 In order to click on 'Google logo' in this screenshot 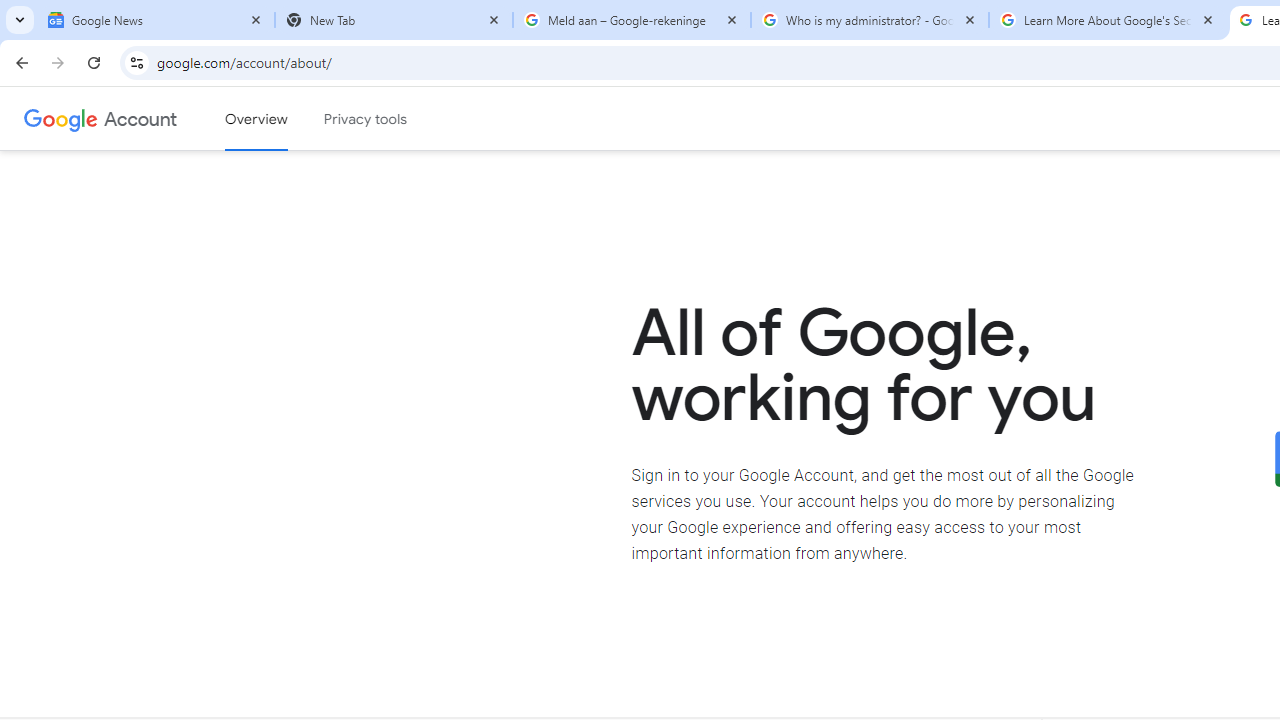, I will do `click(61, 118)`.